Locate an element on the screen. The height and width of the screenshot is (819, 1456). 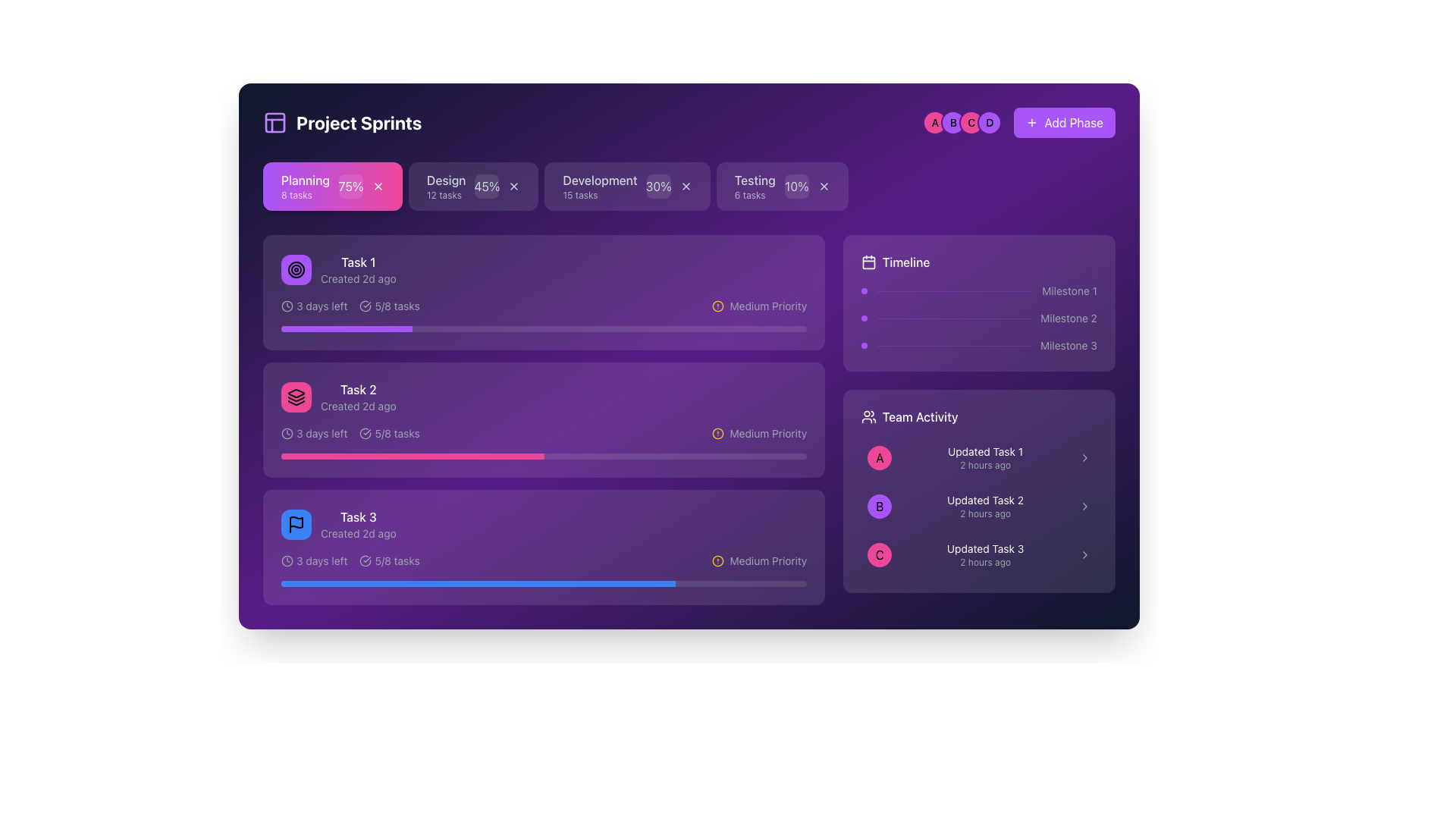
the 'Add Phase' button, which is a rectangular button with a purple gradient background and a plus sign icon, located towards the top-right corner of the interface is located at coordinates (1064, 122).